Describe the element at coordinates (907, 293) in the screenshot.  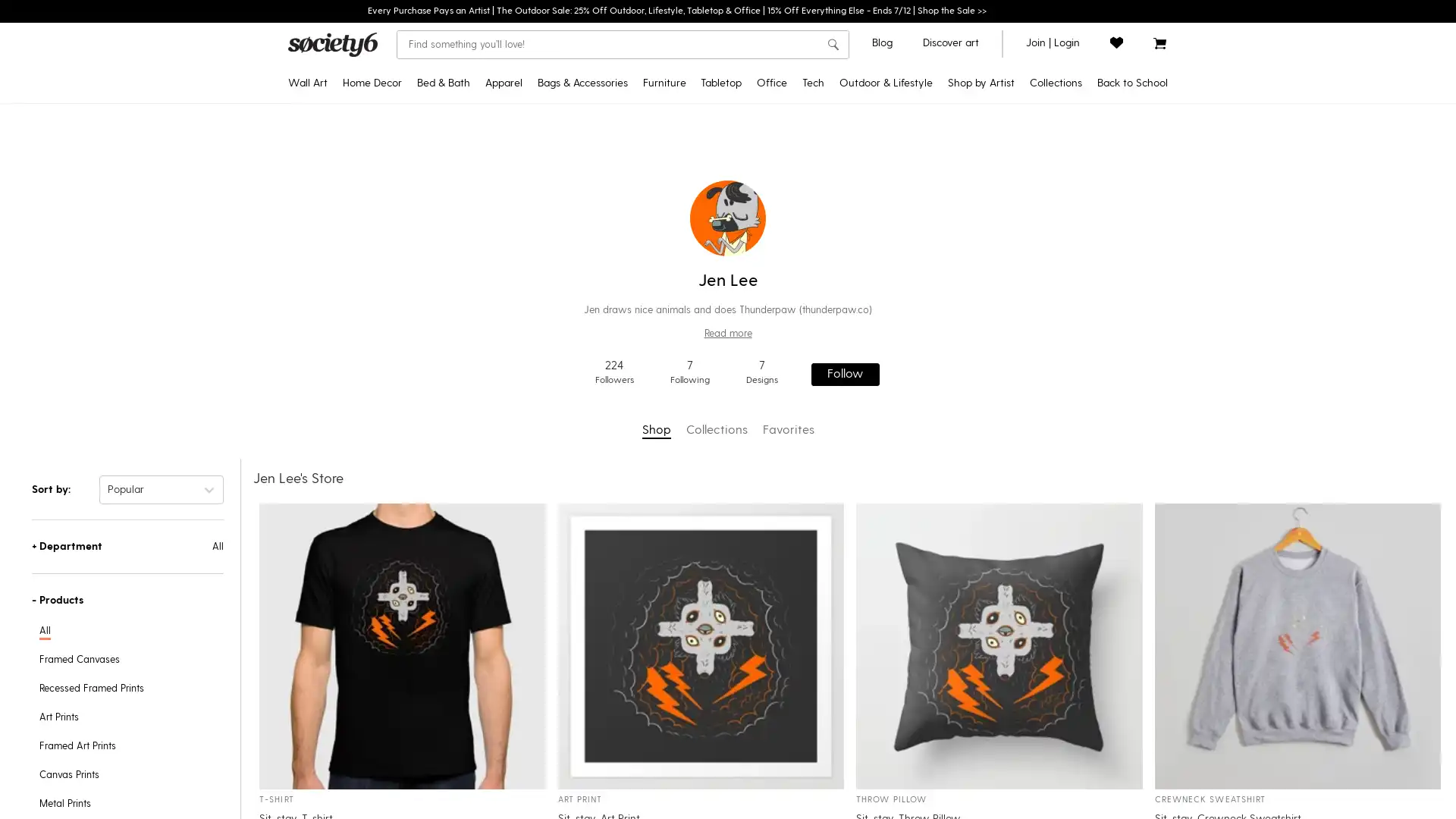
I see `Wine Chillers` at that location.